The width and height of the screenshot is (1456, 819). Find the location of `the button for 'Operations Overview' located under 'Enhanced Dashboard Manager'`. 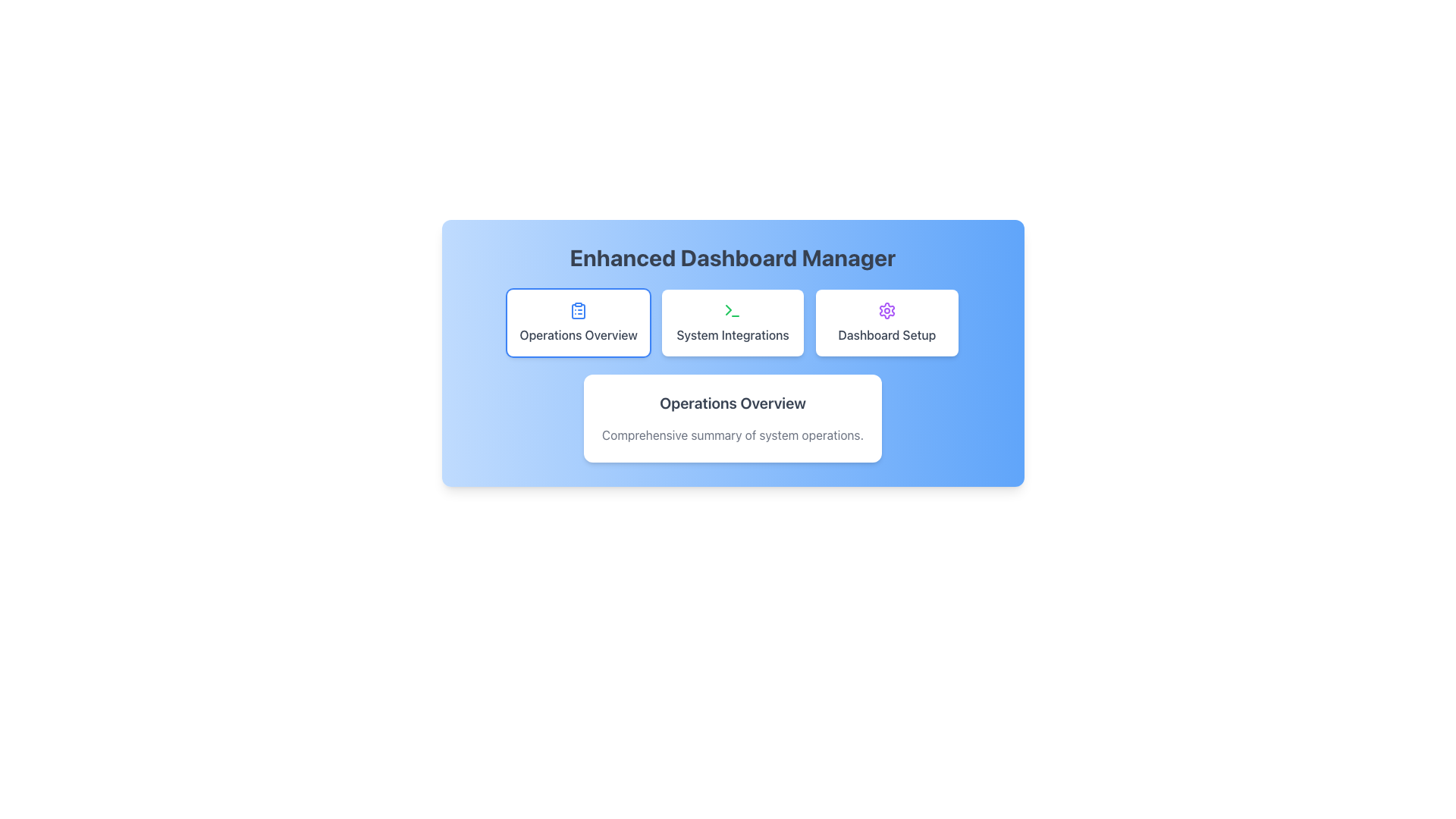

the button for 'Operations Overview' located under 'Enhanced Dashboard Manager' is located at coordinates (578, 322).